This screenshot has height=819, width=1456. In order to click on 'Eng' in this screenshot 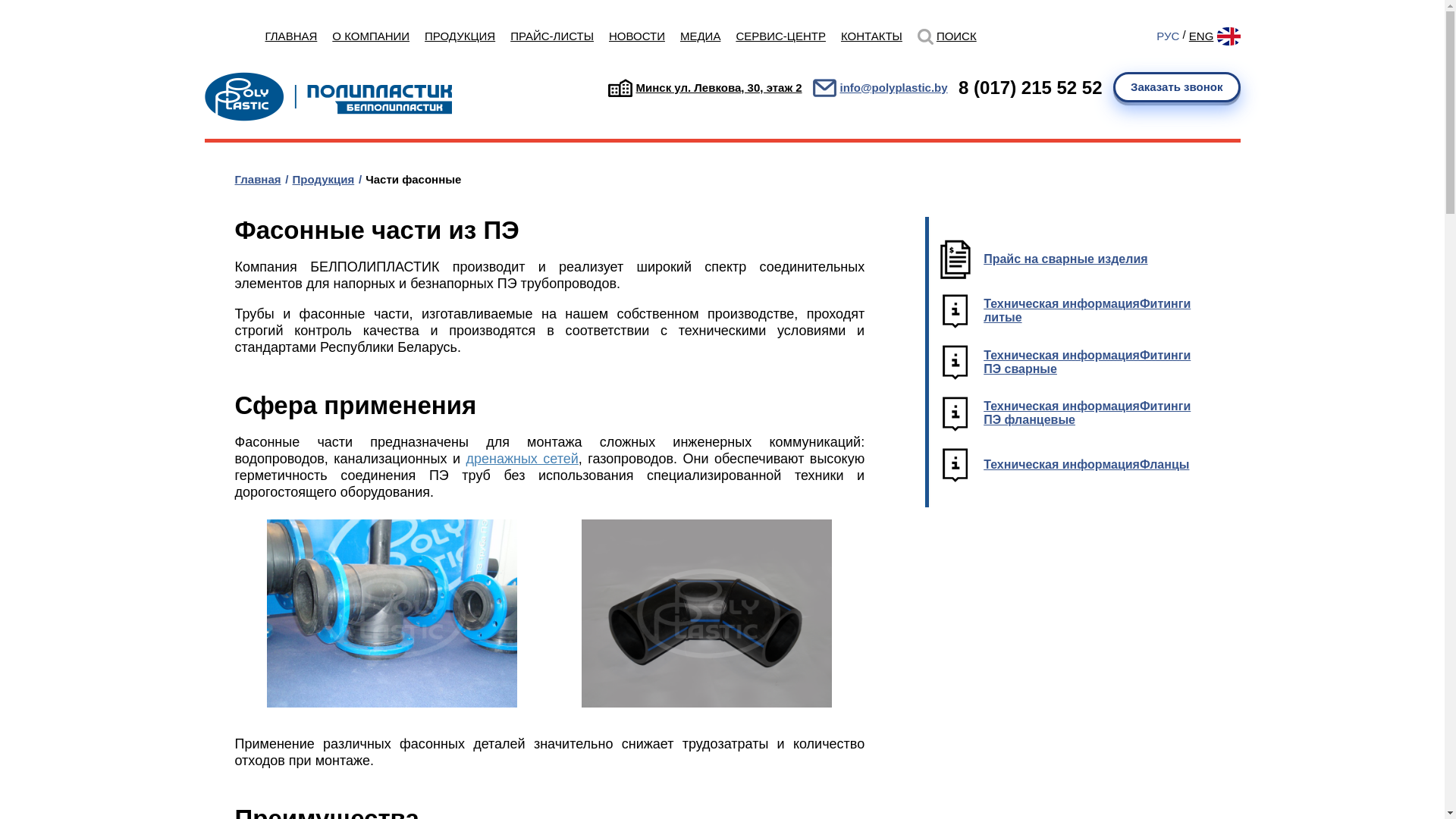, I will do `click(1216, 35)`.